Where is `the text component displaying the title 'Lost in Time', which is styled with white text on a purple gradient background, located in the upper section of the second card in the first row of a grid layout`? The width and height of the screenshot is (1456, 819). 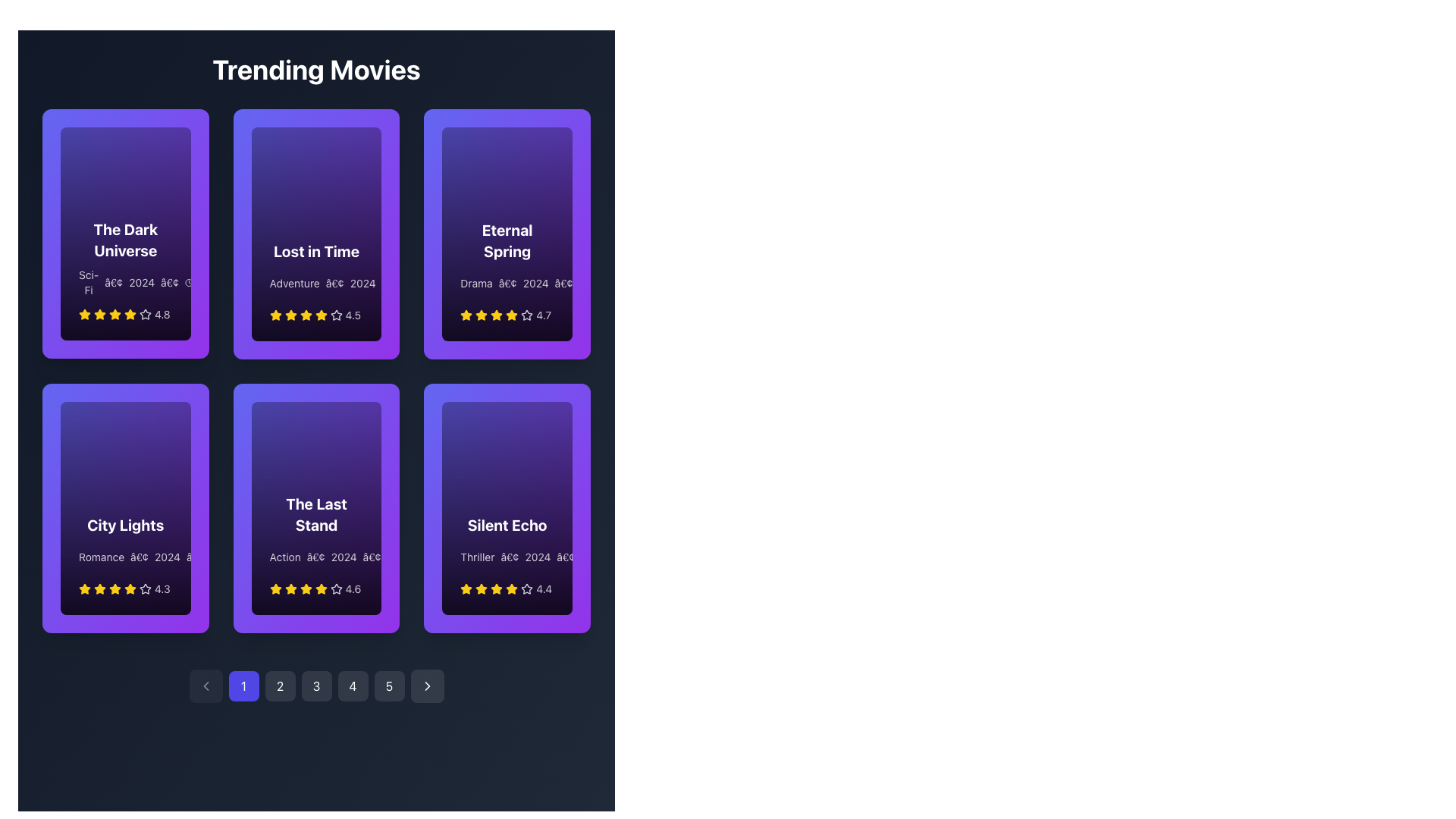
the text component displaying the title 'Lost in Time', which is styled with white text on a purple gradient background, located in the upper section of the second card in the first row of a grid layout is located at coordinates (315, 250).